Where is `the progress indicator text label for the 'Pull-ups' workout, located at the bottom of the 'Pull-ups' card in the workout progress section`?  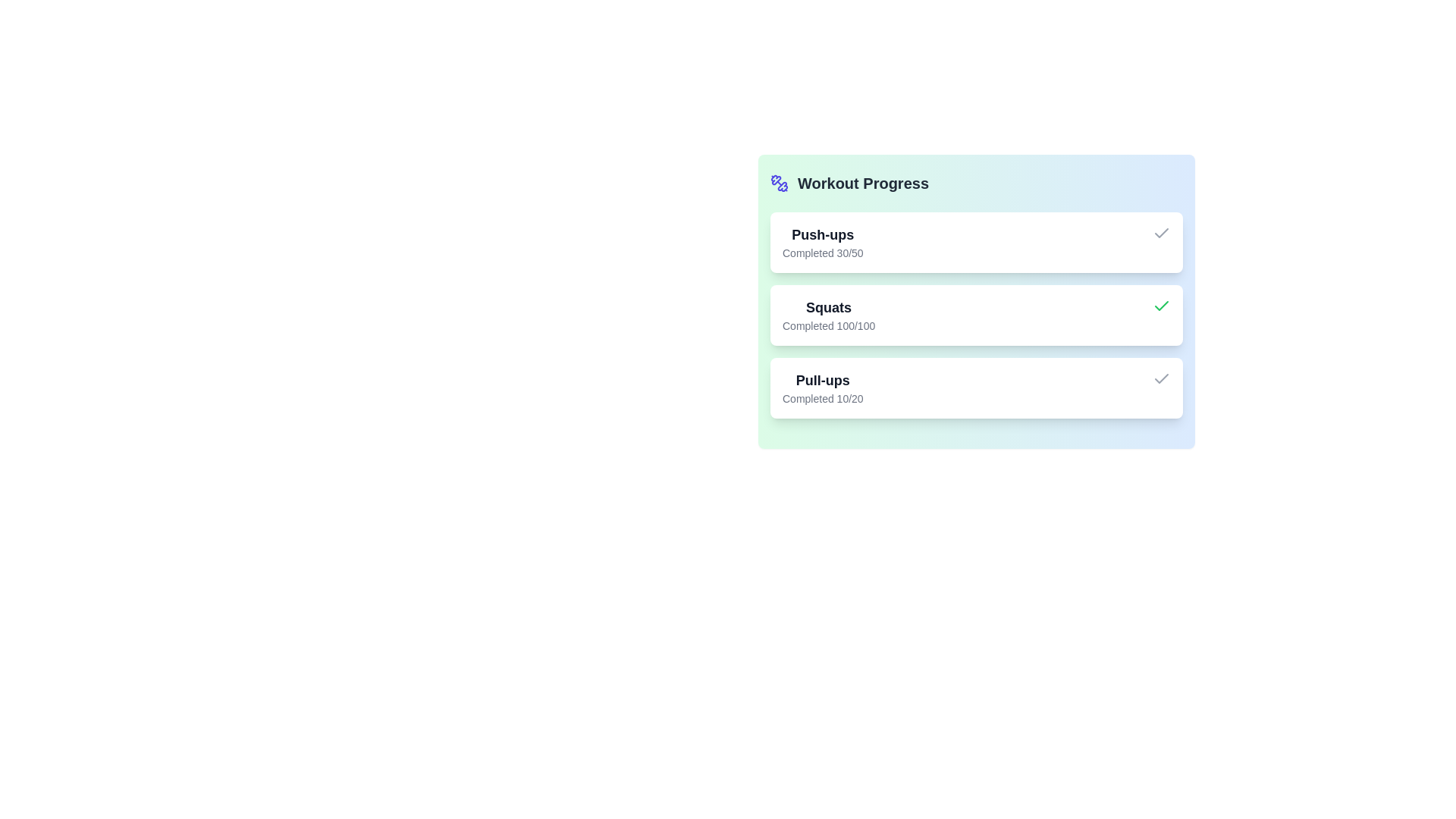
the progress indicator text label for the 'Pull-ups' workout, located at the bottom of the 'Pull-ups' card in the workout progress section is located at coordinates (822, 397).